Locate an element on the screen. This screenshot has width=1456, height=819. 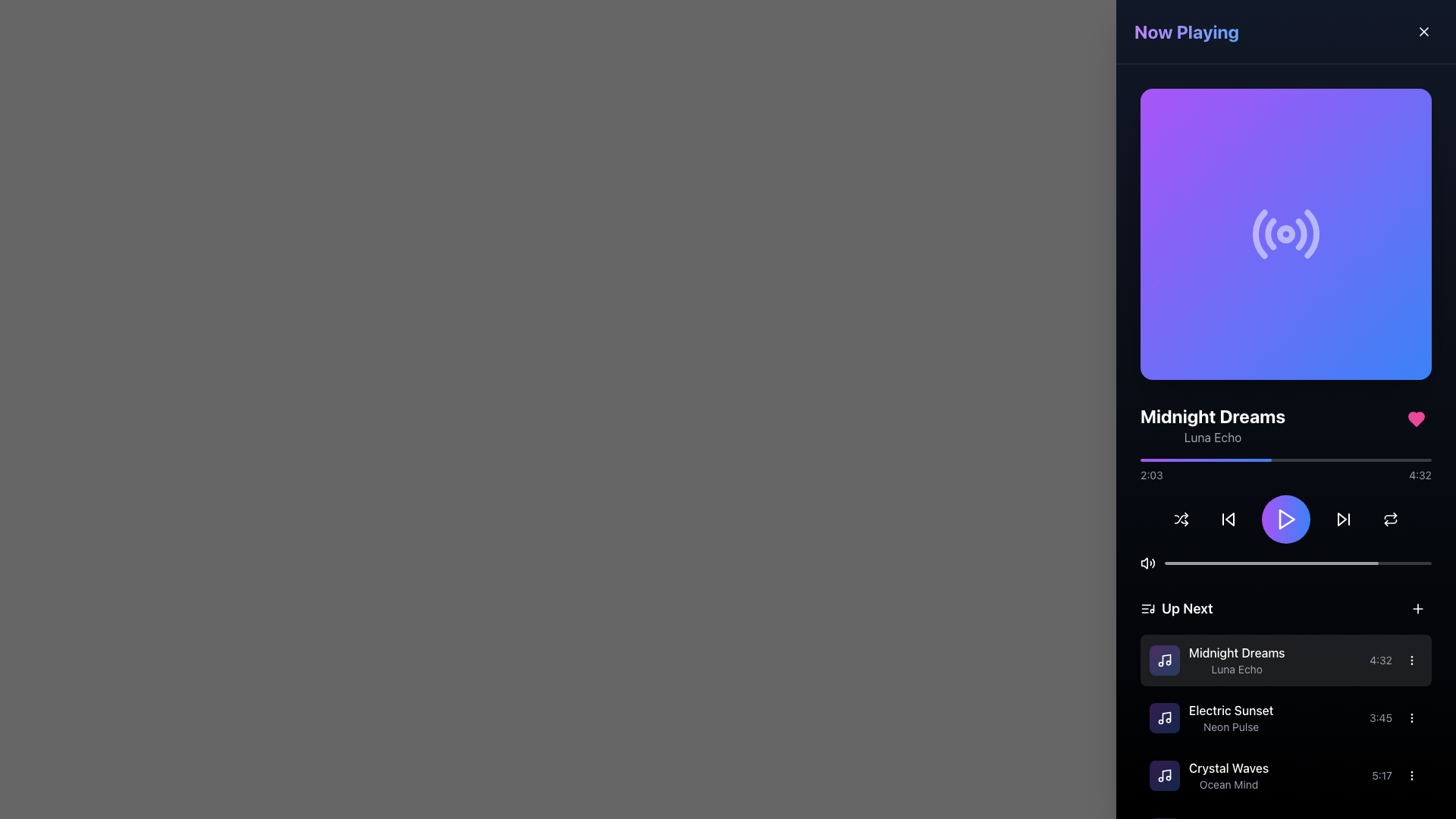
the Text label displaying the artist name or additional information associated with the song 'Midnight Dreams' located below the title in the playlist is located at coordinates (1237, 669).